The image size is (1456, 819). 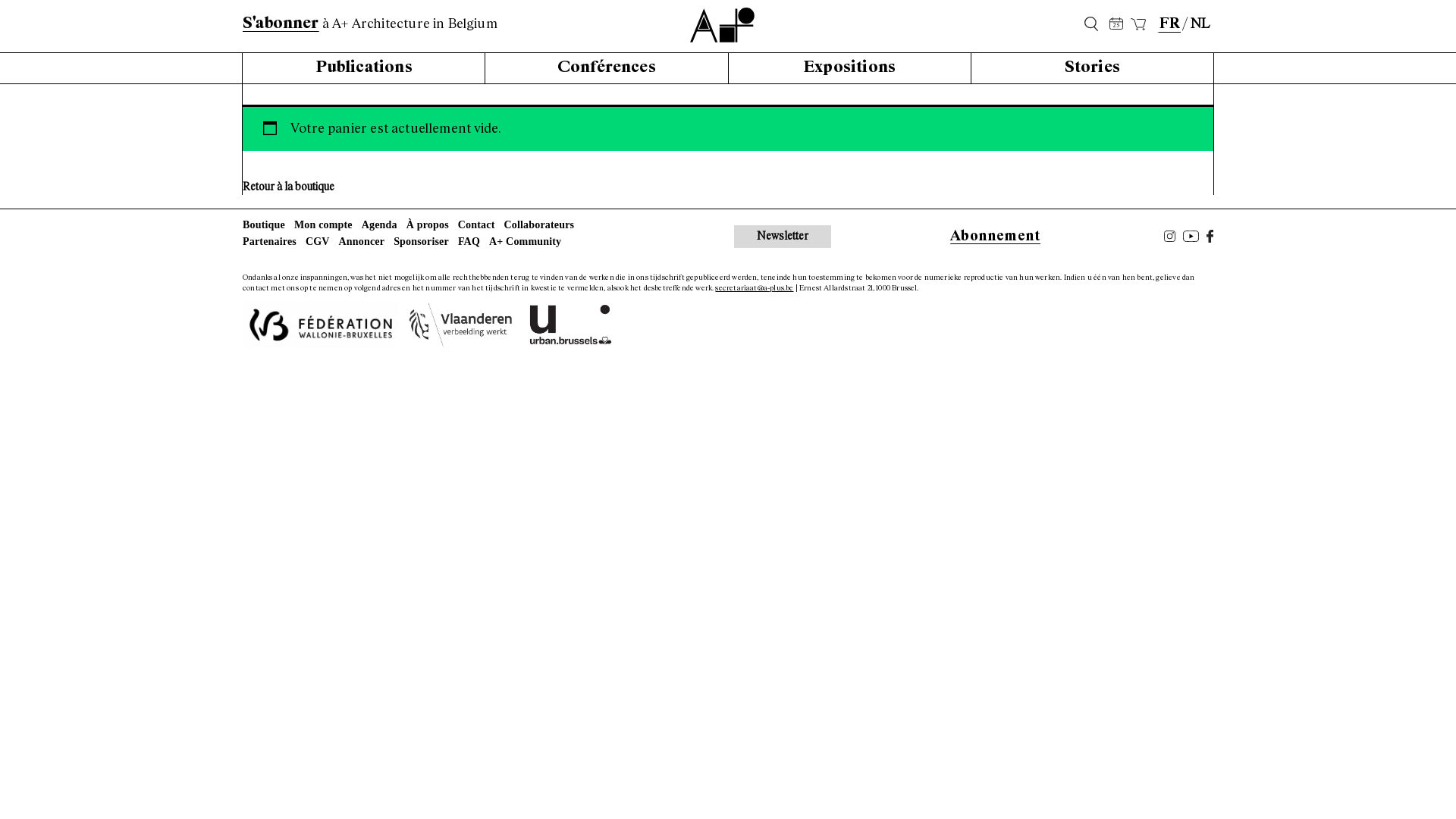 What do you see at coordinates (1209, 236) in the screenshot?
I see `'Facebook'` at bounding box center [1209, 236].